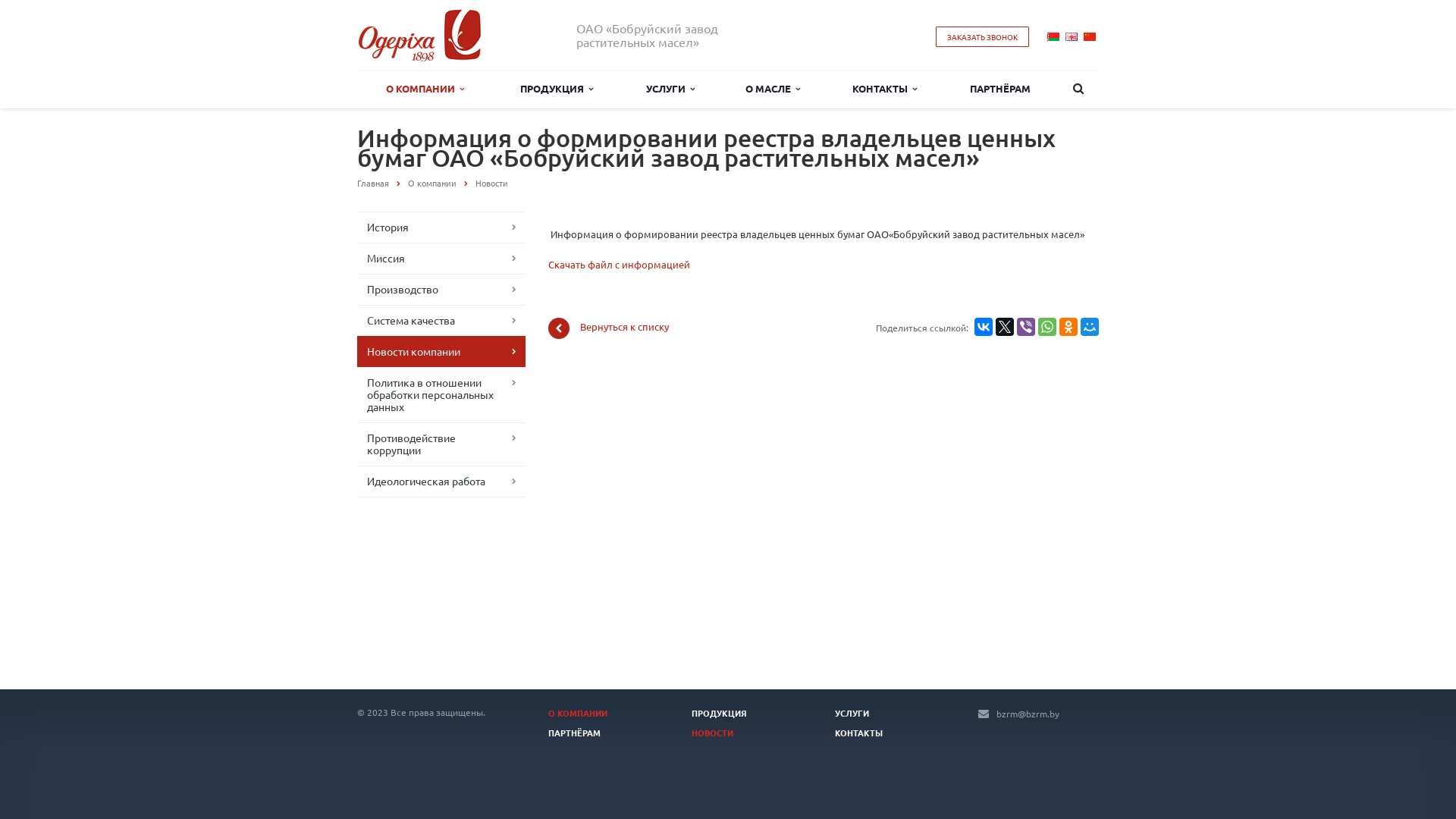 The height and width of the screenshot is (819, 1456). Describe the element at coordinates (1004, 326) in the screenshot. I see `'Twitter'` at that location.